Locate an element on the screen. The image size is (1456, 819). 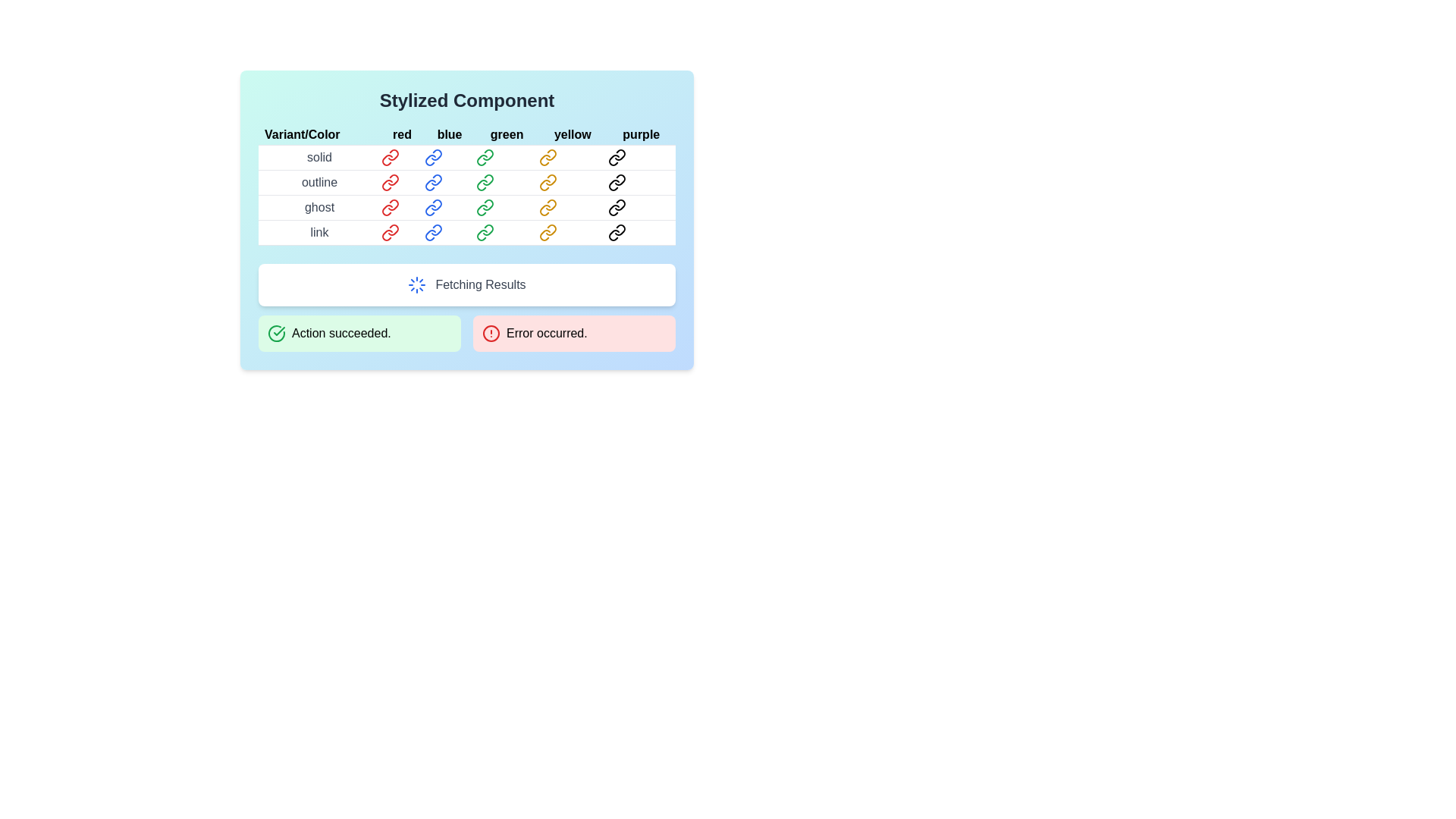
the yellow chain links icon located in the 'outline' row under the 'Variant/Color' grid is located at coordinates (548, 181).